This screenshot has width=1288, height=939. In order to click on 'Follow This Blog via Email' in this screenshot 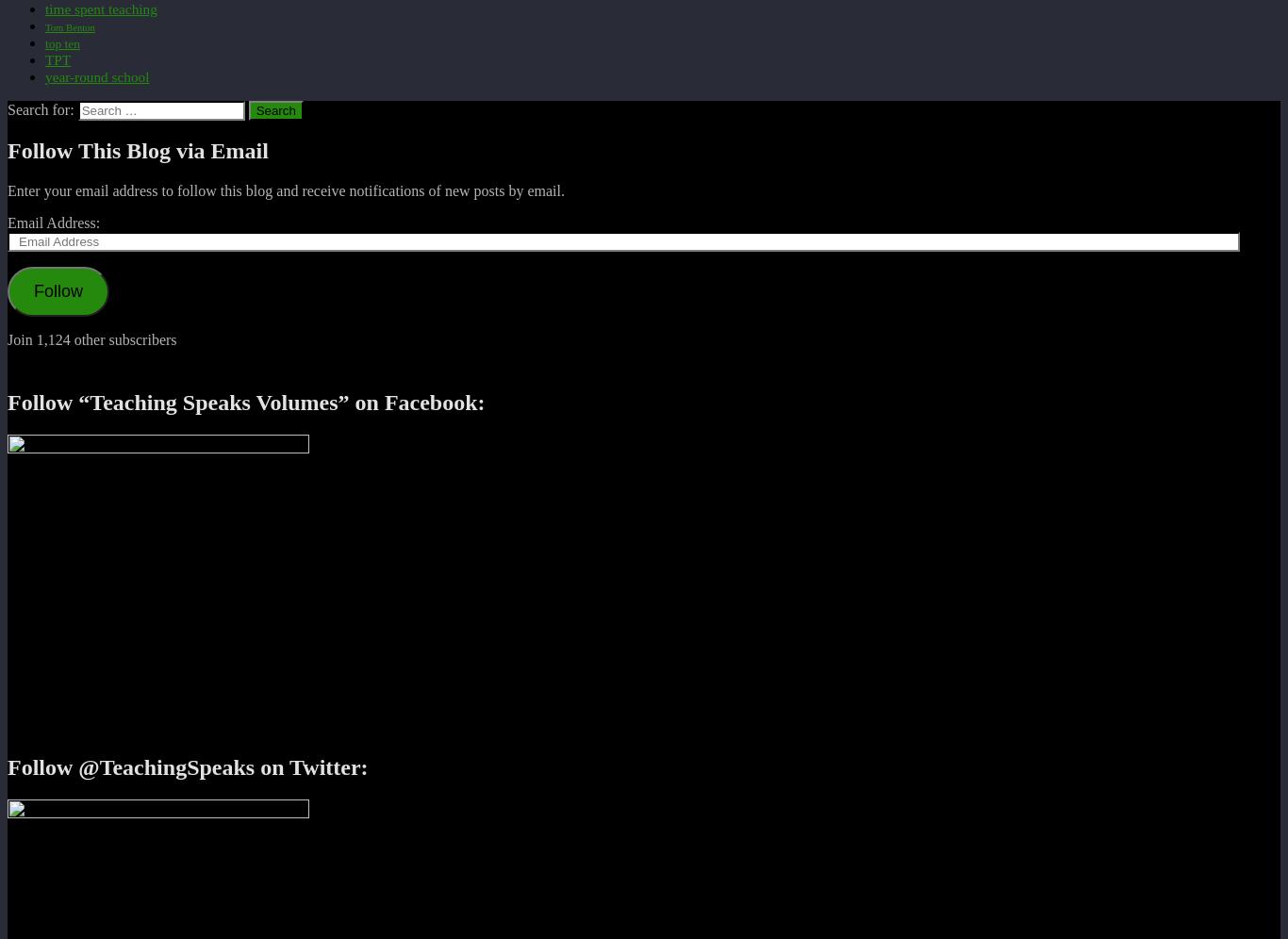, I will do `click(137, 149)`.